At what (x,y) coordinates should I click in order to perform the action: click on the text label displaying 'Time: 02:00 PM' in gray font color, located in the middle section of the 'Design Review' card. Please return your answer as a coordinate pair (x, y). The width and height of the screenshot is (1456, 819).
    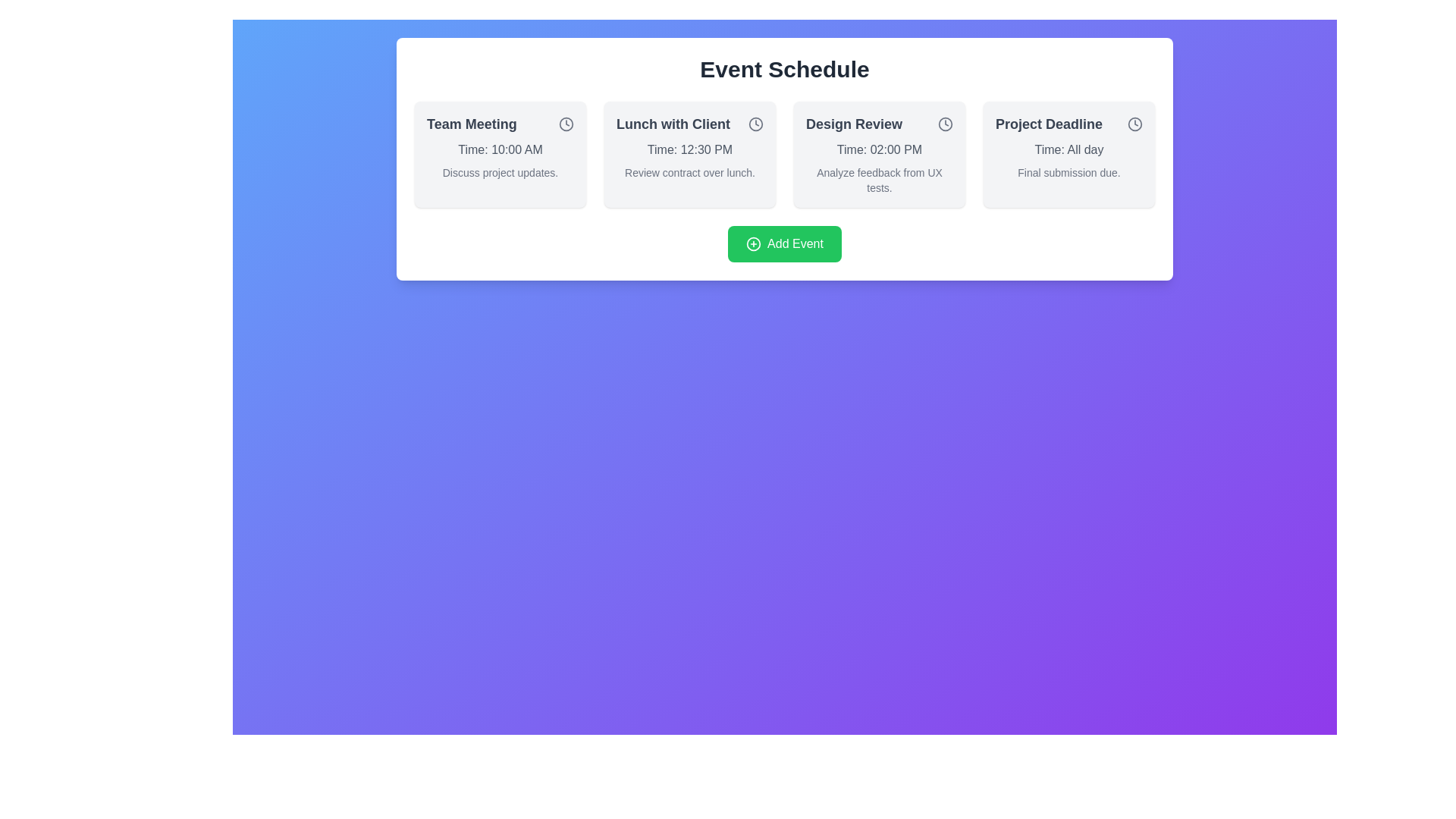
    Looking at the image, I should click on (880, 149).